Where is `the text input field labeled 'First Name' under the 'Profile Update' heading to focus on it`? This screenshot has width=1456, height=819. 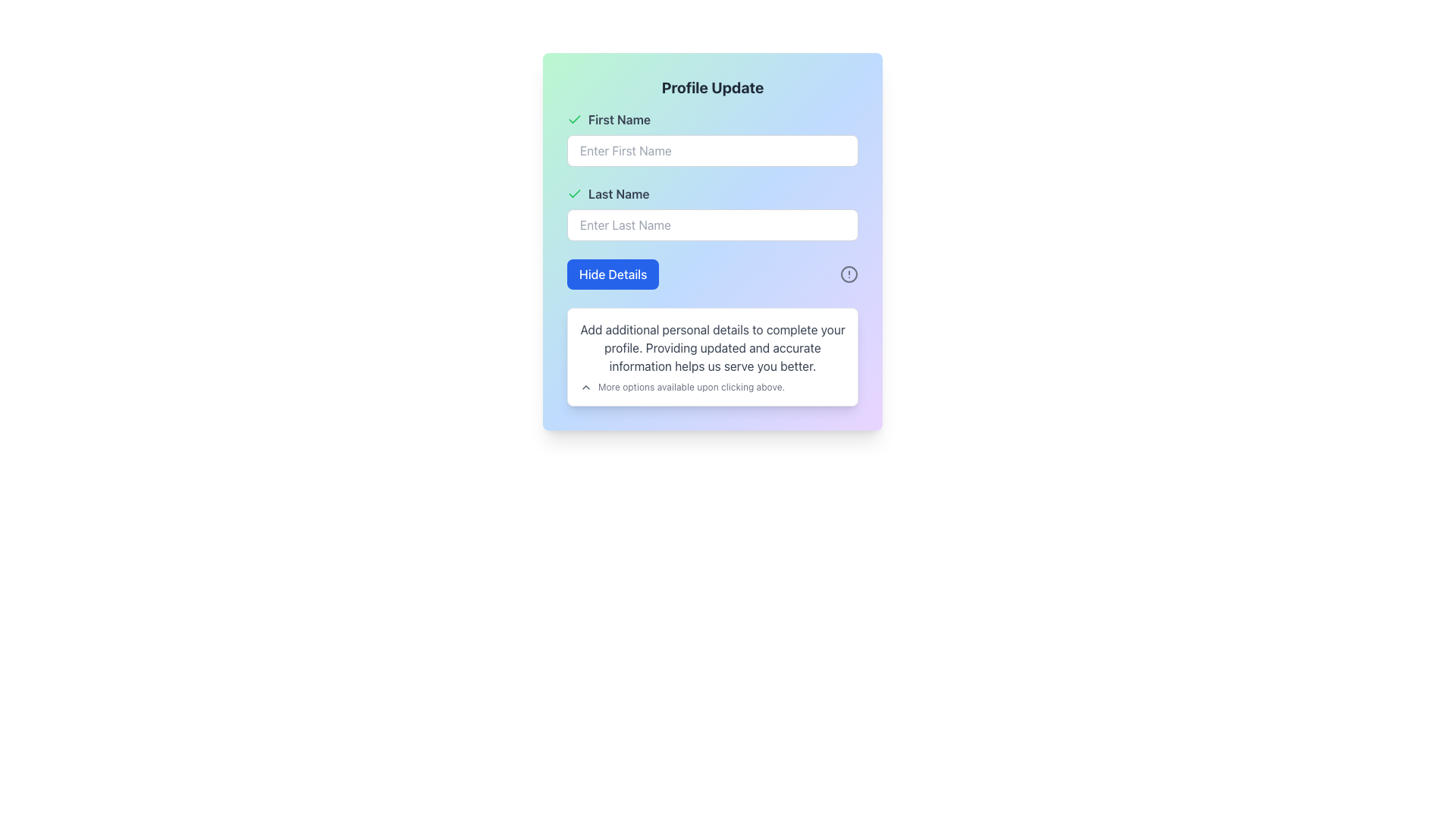 the text input field labeled 'First Name' under the 'Profile Update' heading to focus on it is located at coordinates (712, 138).